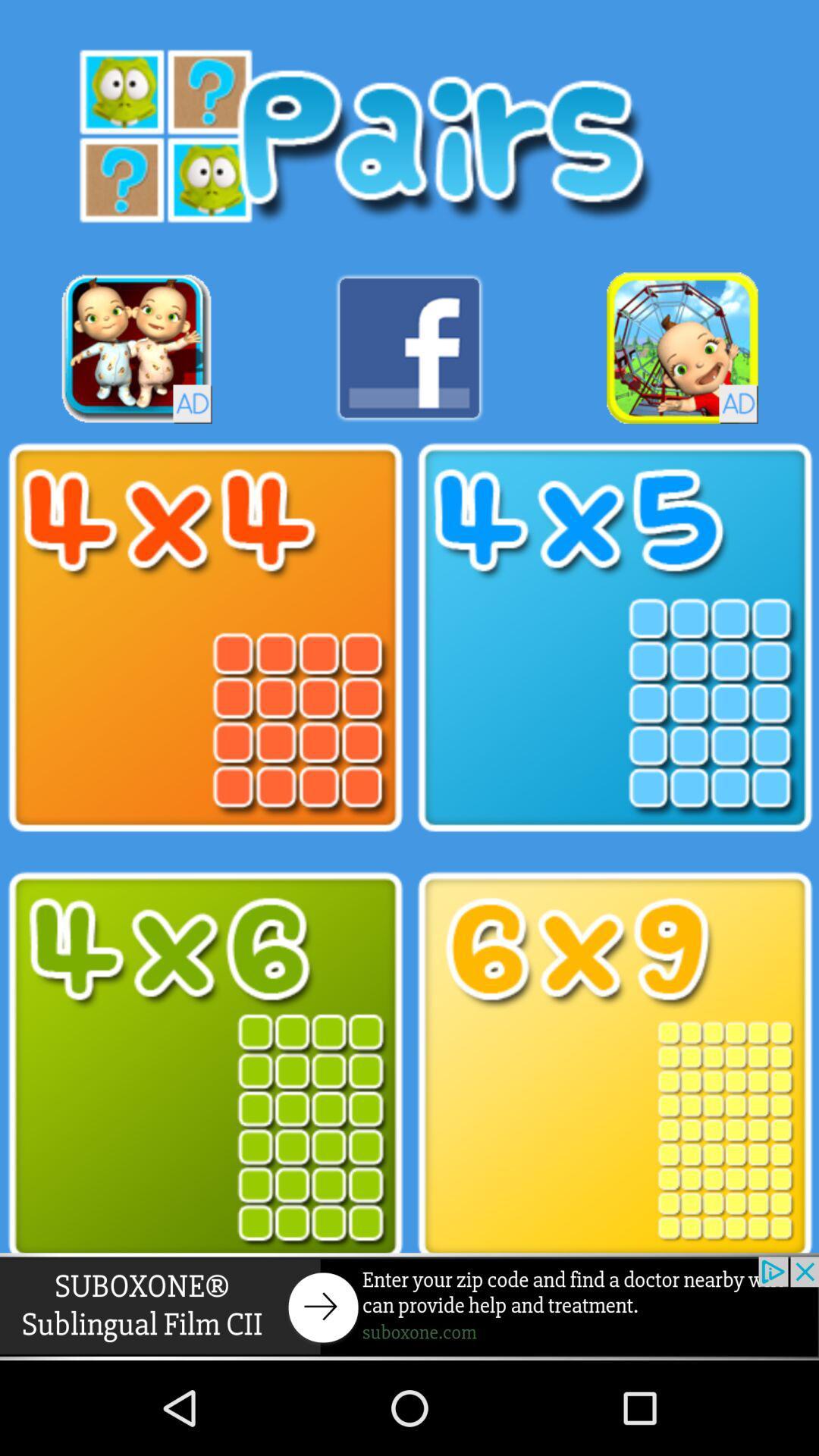  I want to click on clicks the 4x6, so click(205, 1065).